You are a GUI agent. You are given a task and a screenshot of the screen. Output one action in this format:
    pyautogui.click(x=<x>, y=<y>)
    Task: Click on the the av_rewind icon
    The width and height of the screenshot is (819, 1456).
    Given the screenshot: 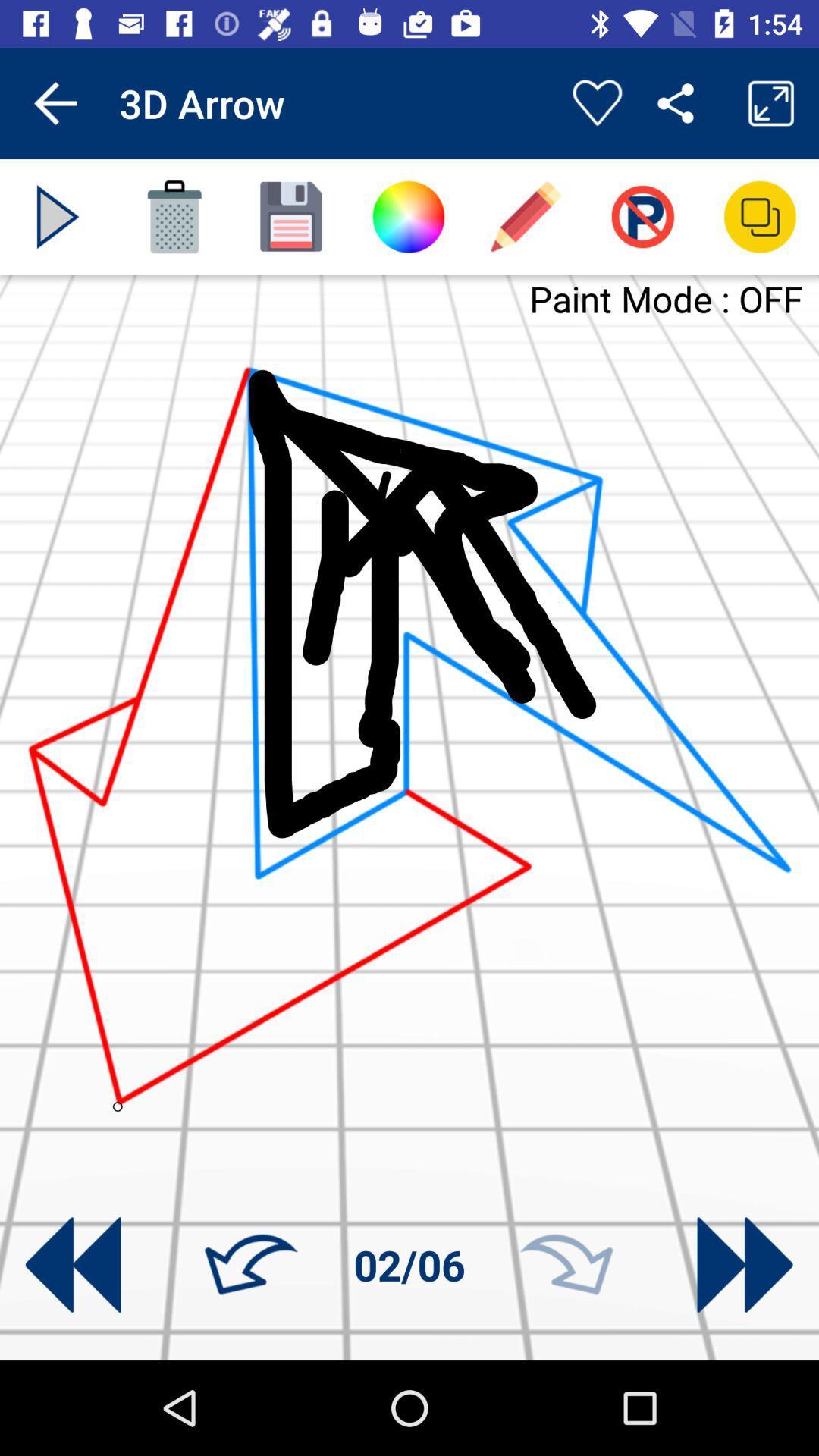 What is the action you would take?
    pyautogui.click(x=73, y=1265)
    